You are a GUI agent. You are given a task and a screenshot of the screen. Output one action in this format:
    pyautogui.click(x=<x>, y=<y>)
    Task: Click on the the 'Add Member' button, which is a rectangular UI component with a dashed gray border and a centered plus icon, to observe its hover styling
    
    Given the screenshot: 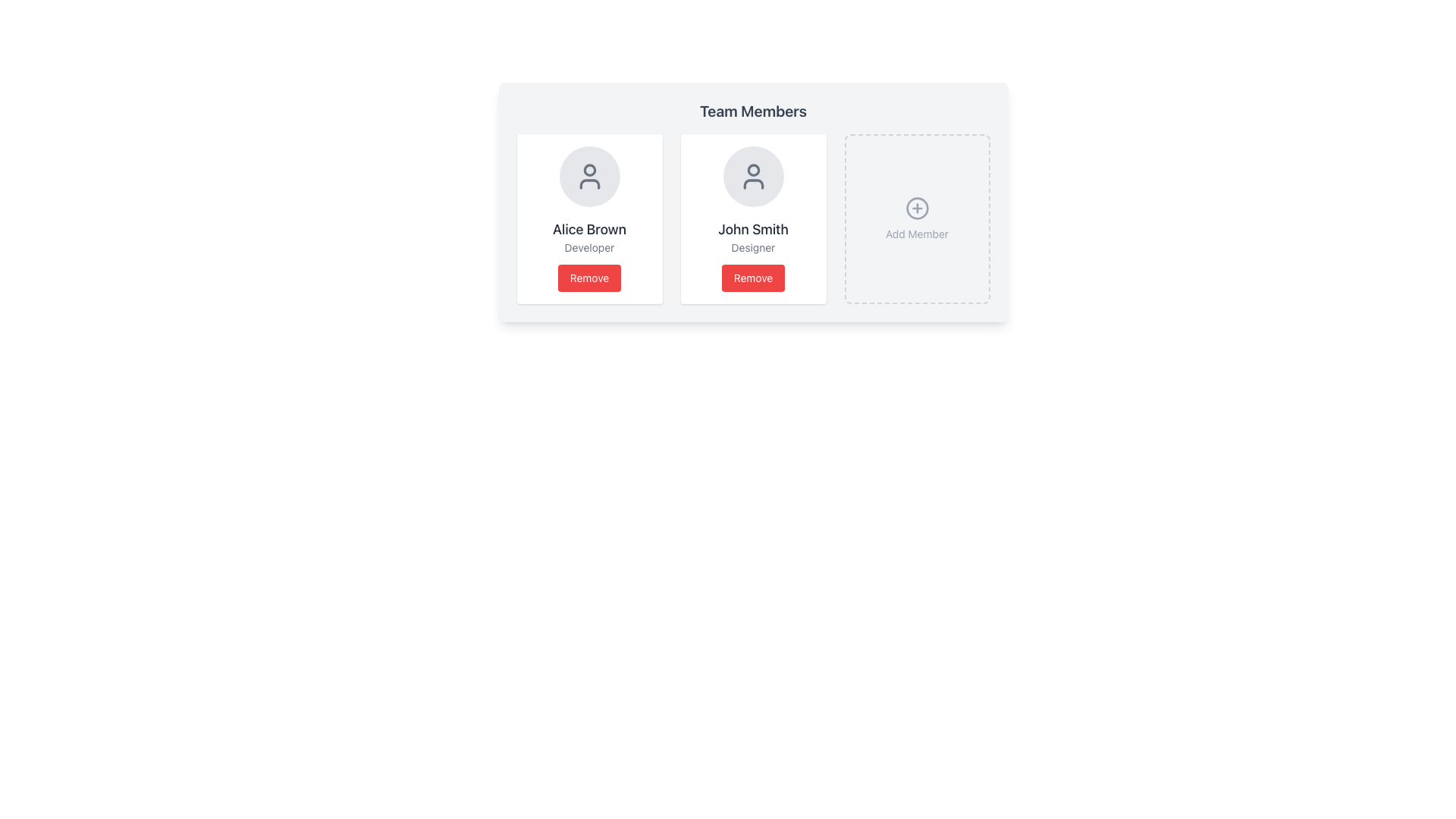 What is the action you would take?
    pyautogui.click(x=916, y=219)
    